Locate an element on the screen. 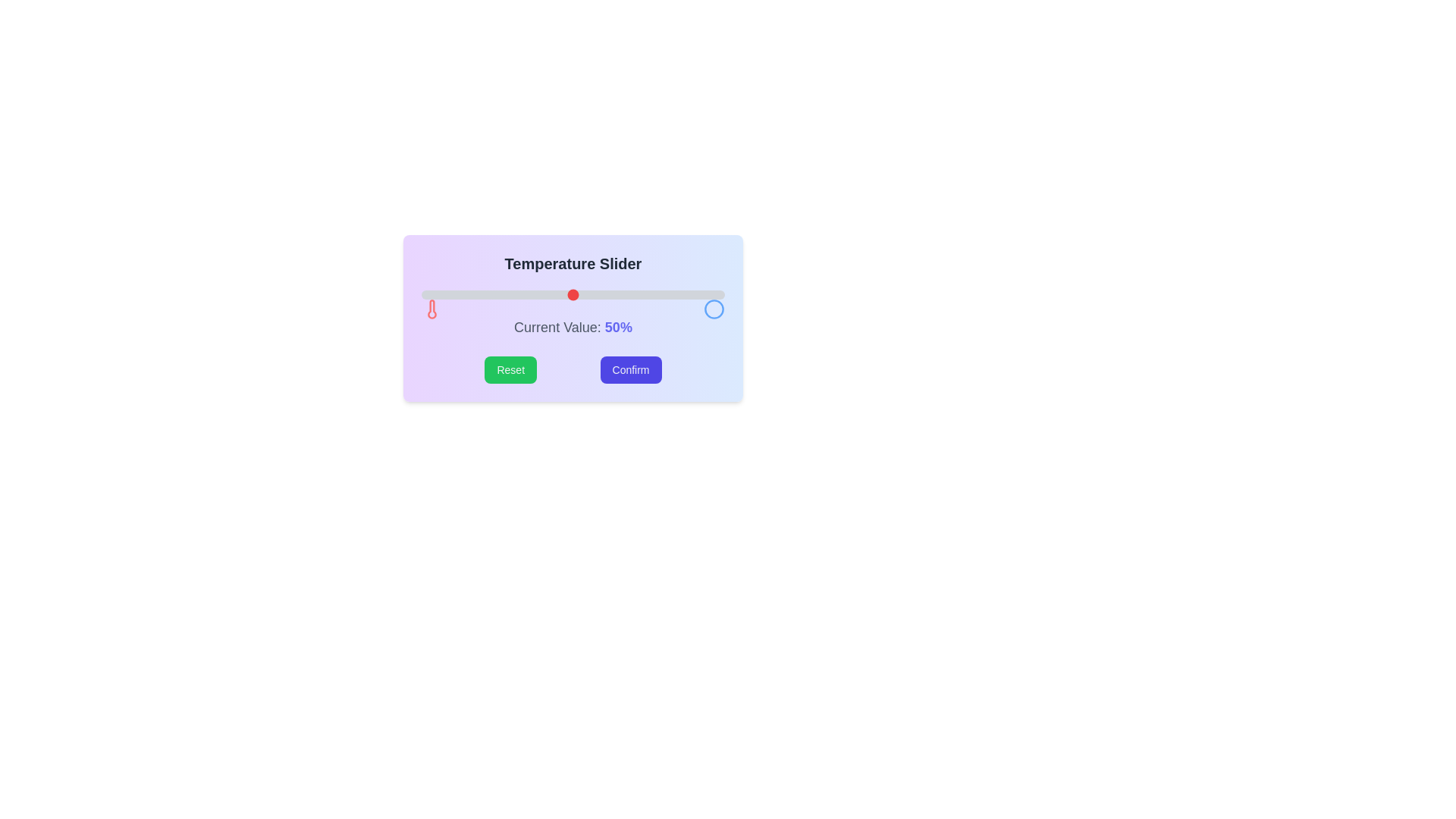 The width and height of the screenshot is (1456, 819). 'Confirm' button to confirm the selected value is located at coordinates (630, 370).